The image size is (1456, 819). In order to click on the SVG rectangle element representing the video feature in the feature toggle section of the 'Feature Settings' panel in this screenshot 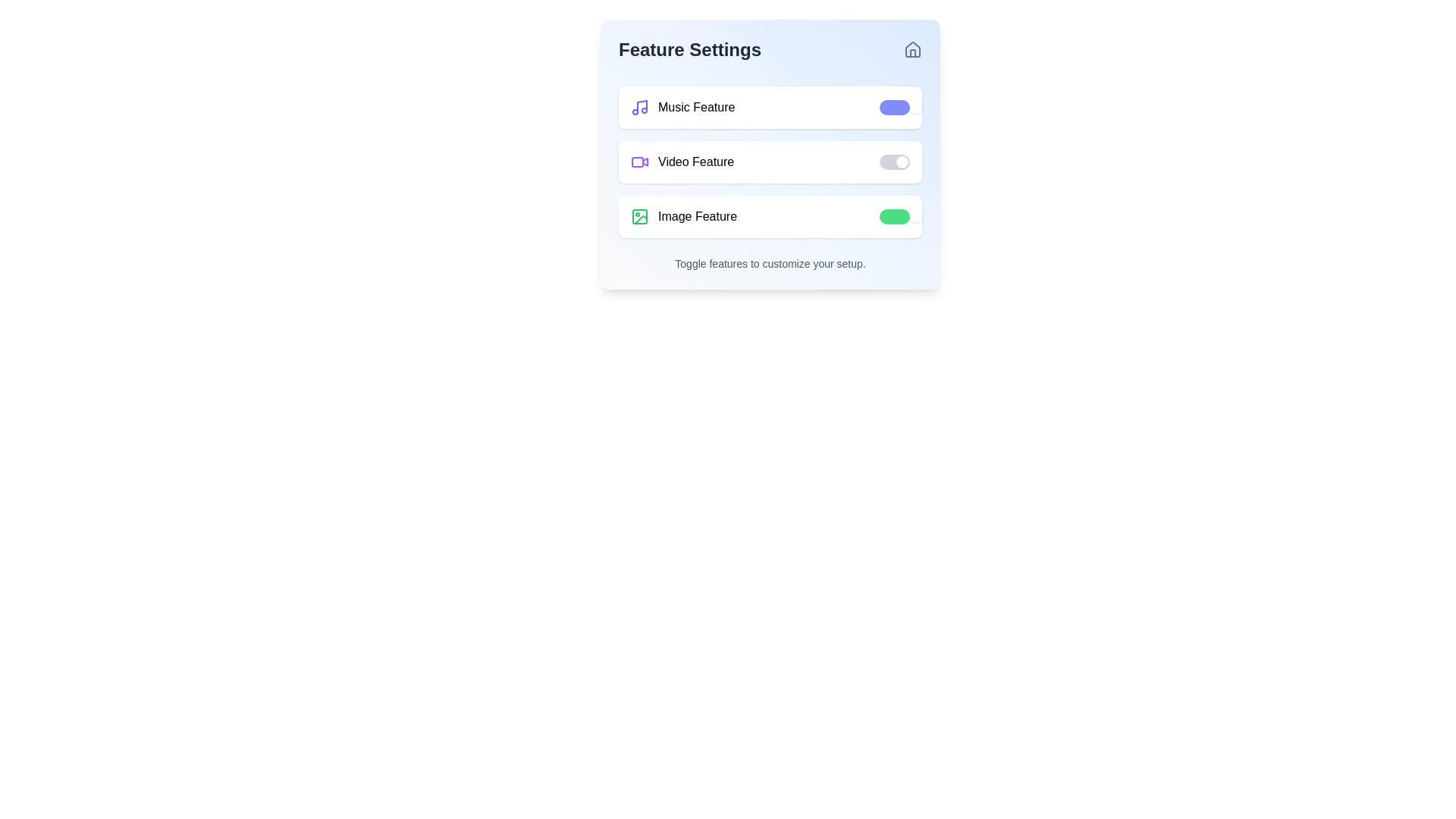, I will do `click(637, 162)`.